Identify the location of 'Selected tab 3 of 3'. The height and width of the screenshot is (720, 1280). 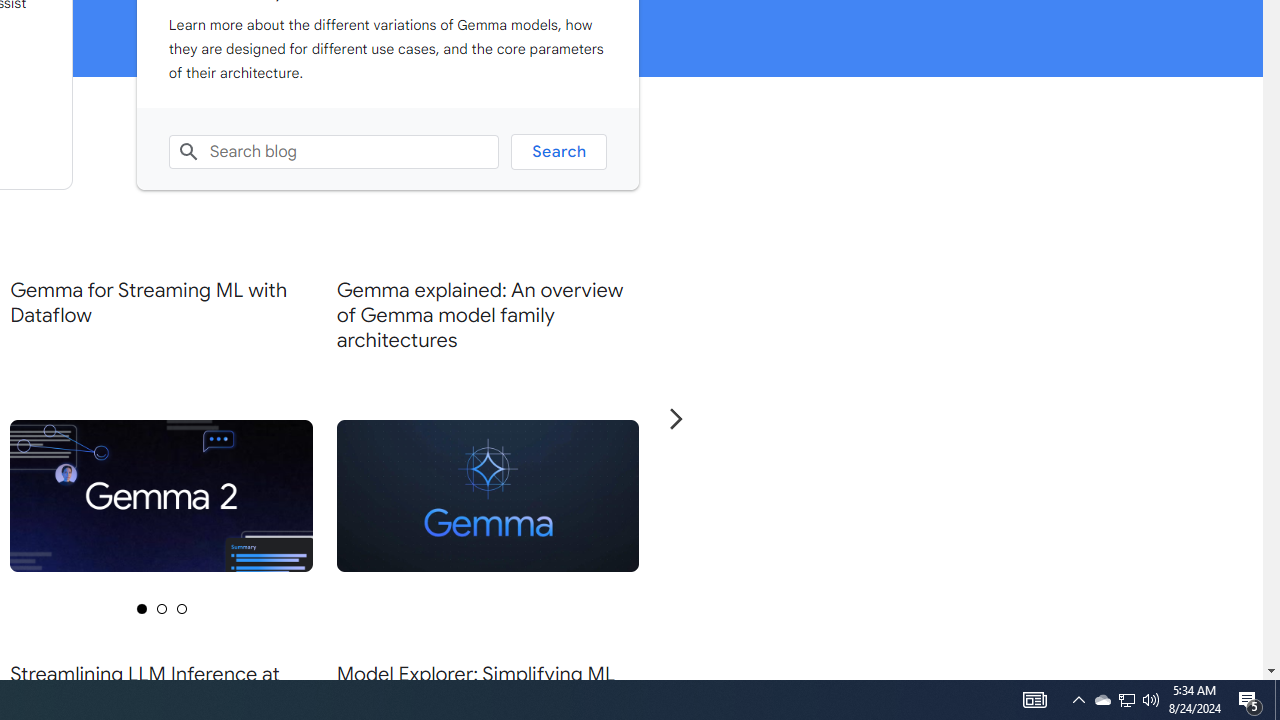
(181, 607).